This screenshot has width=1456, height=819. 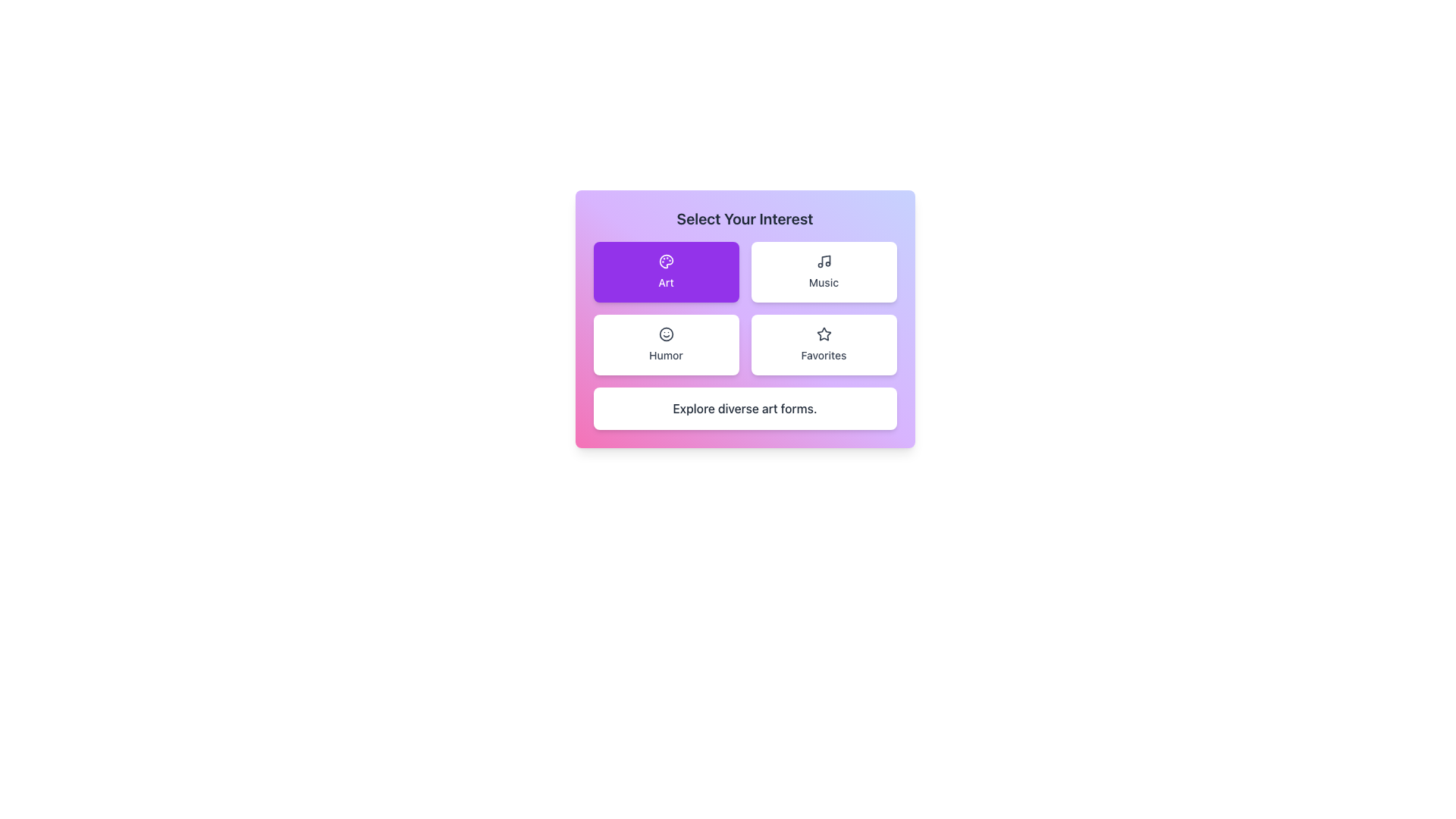 I want to click on the 'Favorites' button, which is a rectangular button with rounded corners, a white background, and a black star icon above the text 'Favorites'. It is located at the bottom-right corner of a two-by-two grid layout beneath the heading 'Select Your Interest', so click(x=823, y=345).